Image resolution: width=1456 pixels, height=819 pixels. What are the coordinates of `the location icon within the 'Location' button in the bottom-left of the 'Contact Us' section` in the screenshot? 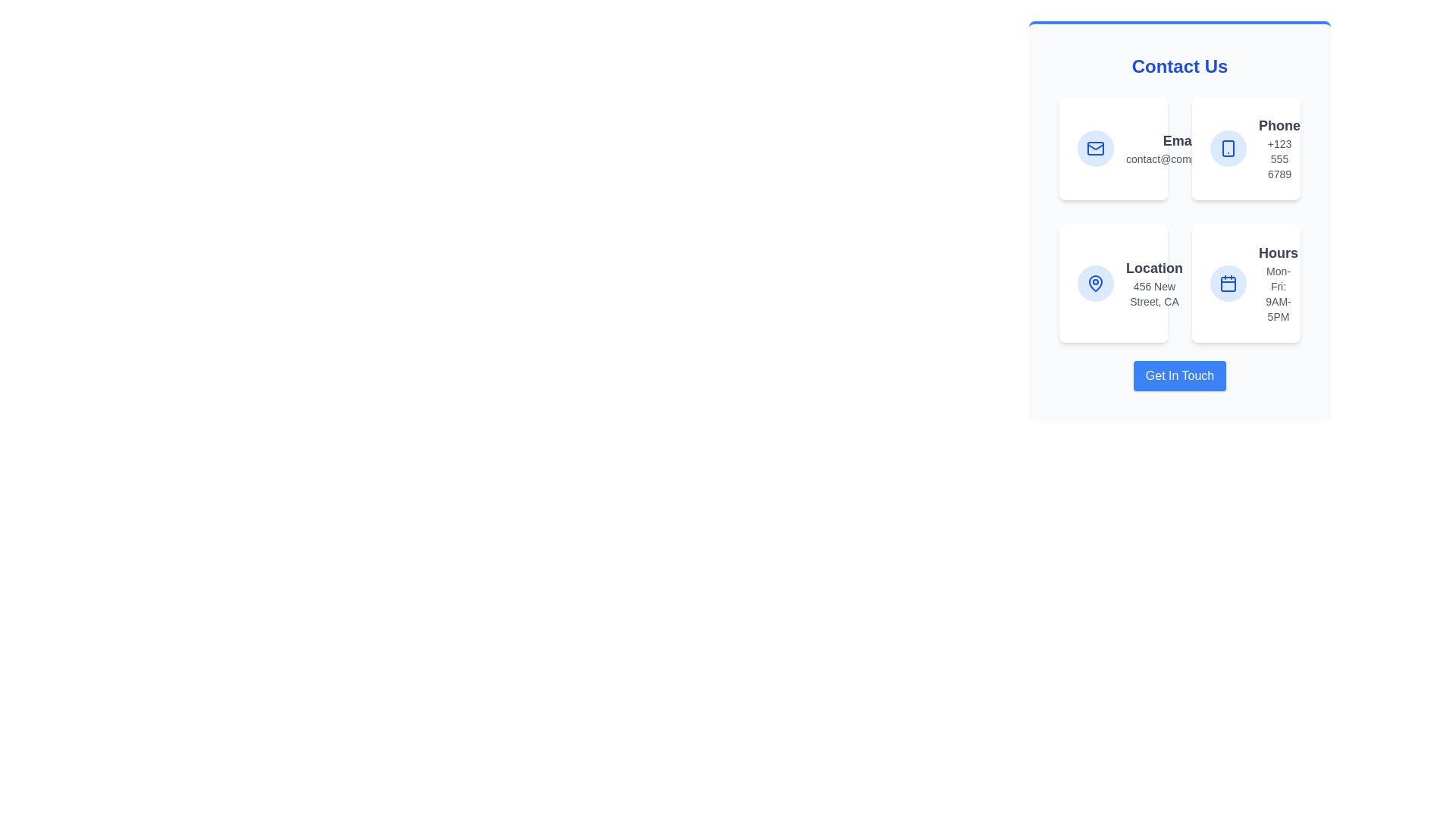 It's located at (1095, 284).